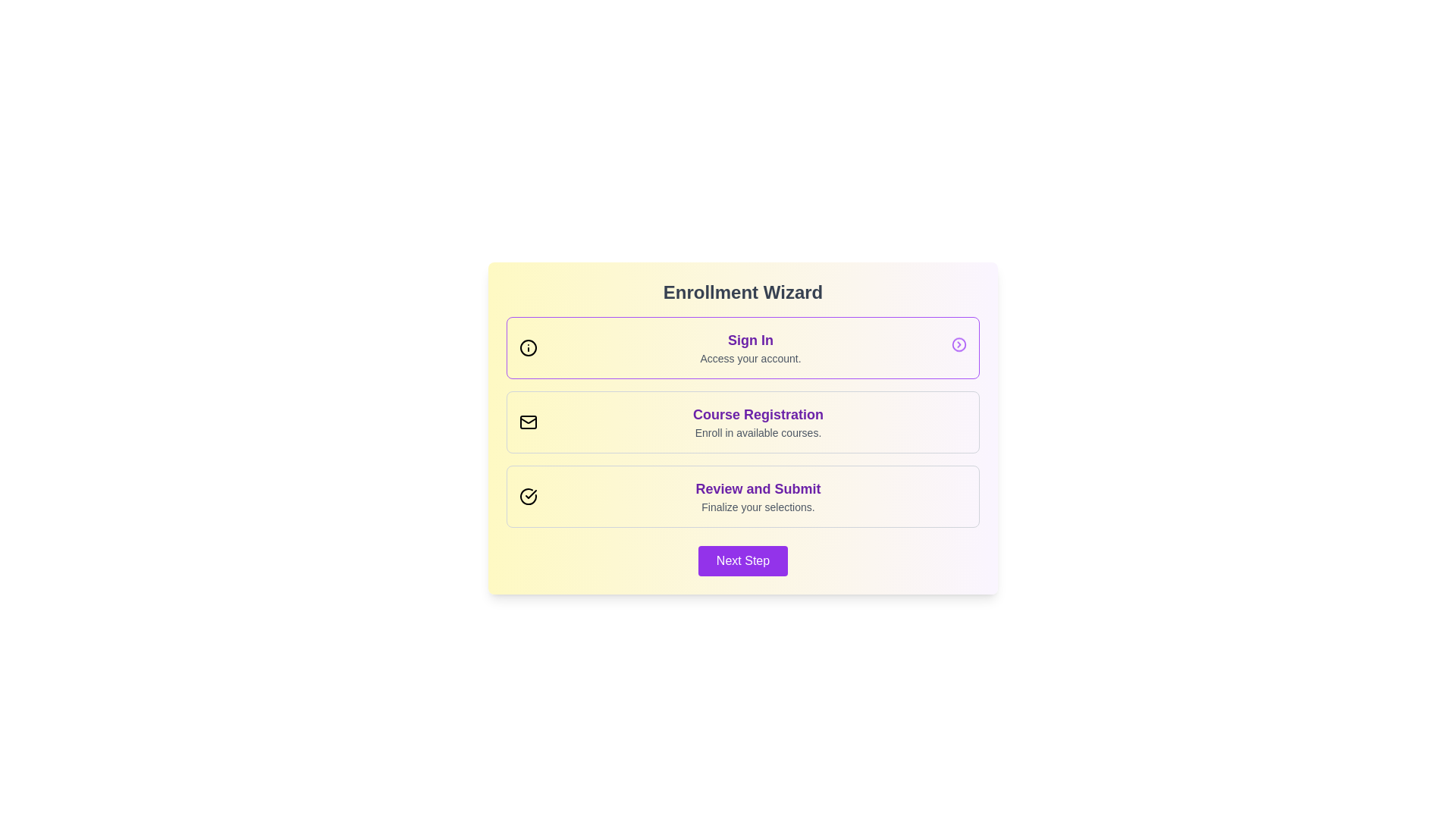 This screenshot has width=1456, height=819. I want to click on the circular outline icon located to the right of the 'Sign In' section in the 'Enrollment Wizard' interface, so click(959, 346).